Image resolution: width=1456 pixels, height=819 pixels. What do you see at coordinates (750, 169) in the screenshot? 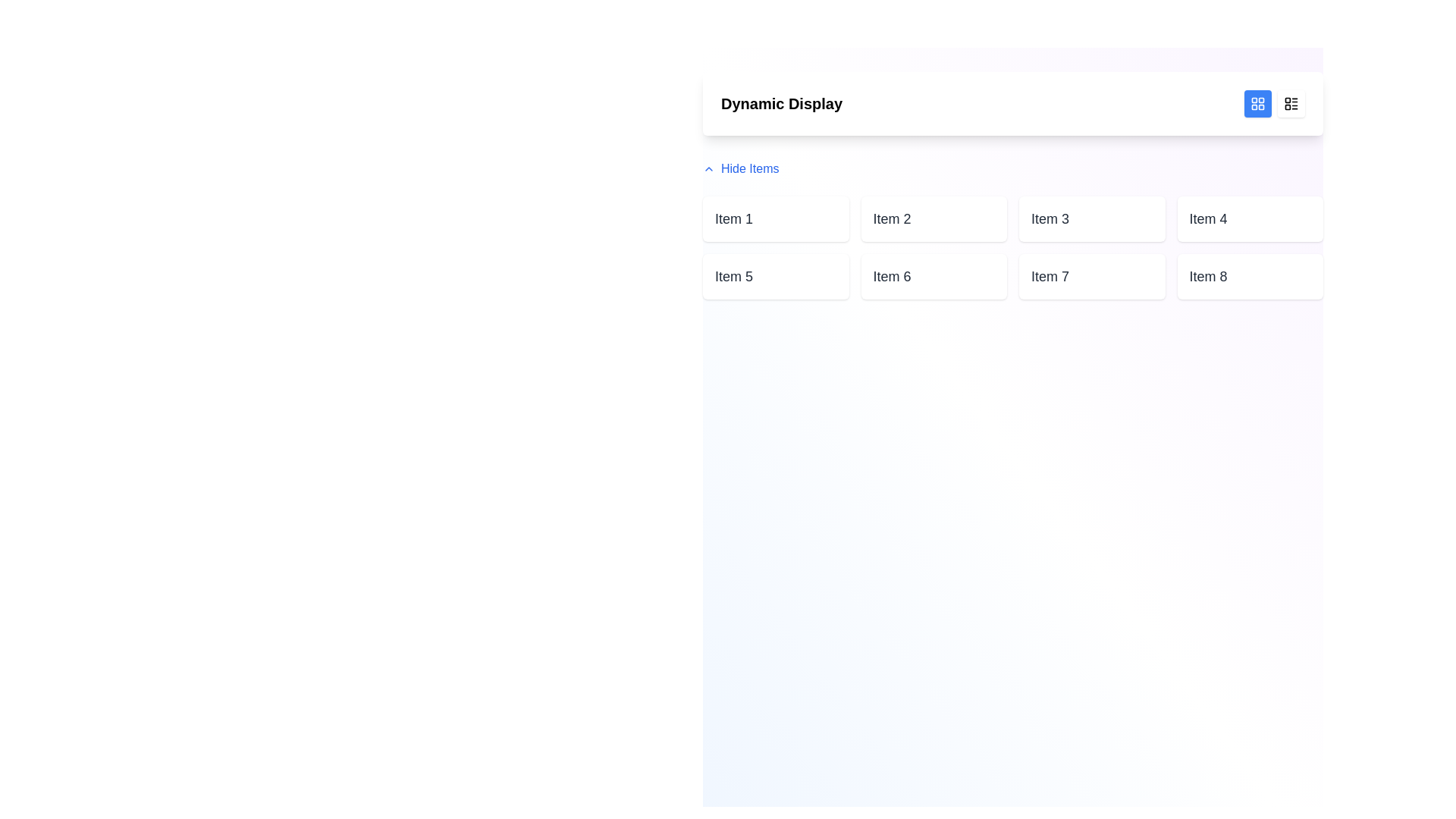
I see `the 'Hide Items' text label styled as a hyperlink, located below the 'Dynamic Display' header and above the grid of items` at bounding box center [750, 169].